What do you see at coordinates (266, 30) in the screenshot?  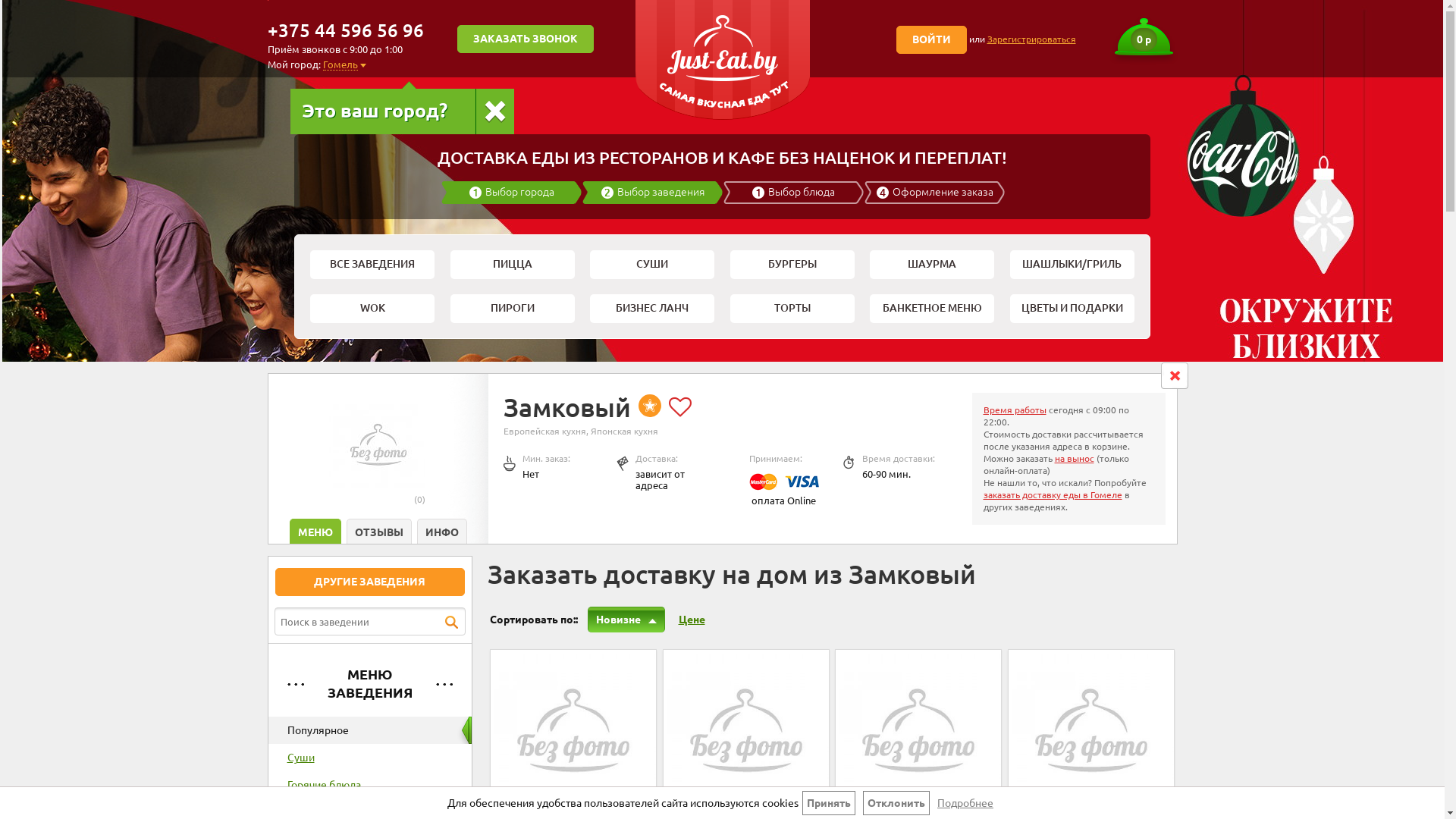 I see `'+375 44 596 56 96'` at bounding box center [266, 30].